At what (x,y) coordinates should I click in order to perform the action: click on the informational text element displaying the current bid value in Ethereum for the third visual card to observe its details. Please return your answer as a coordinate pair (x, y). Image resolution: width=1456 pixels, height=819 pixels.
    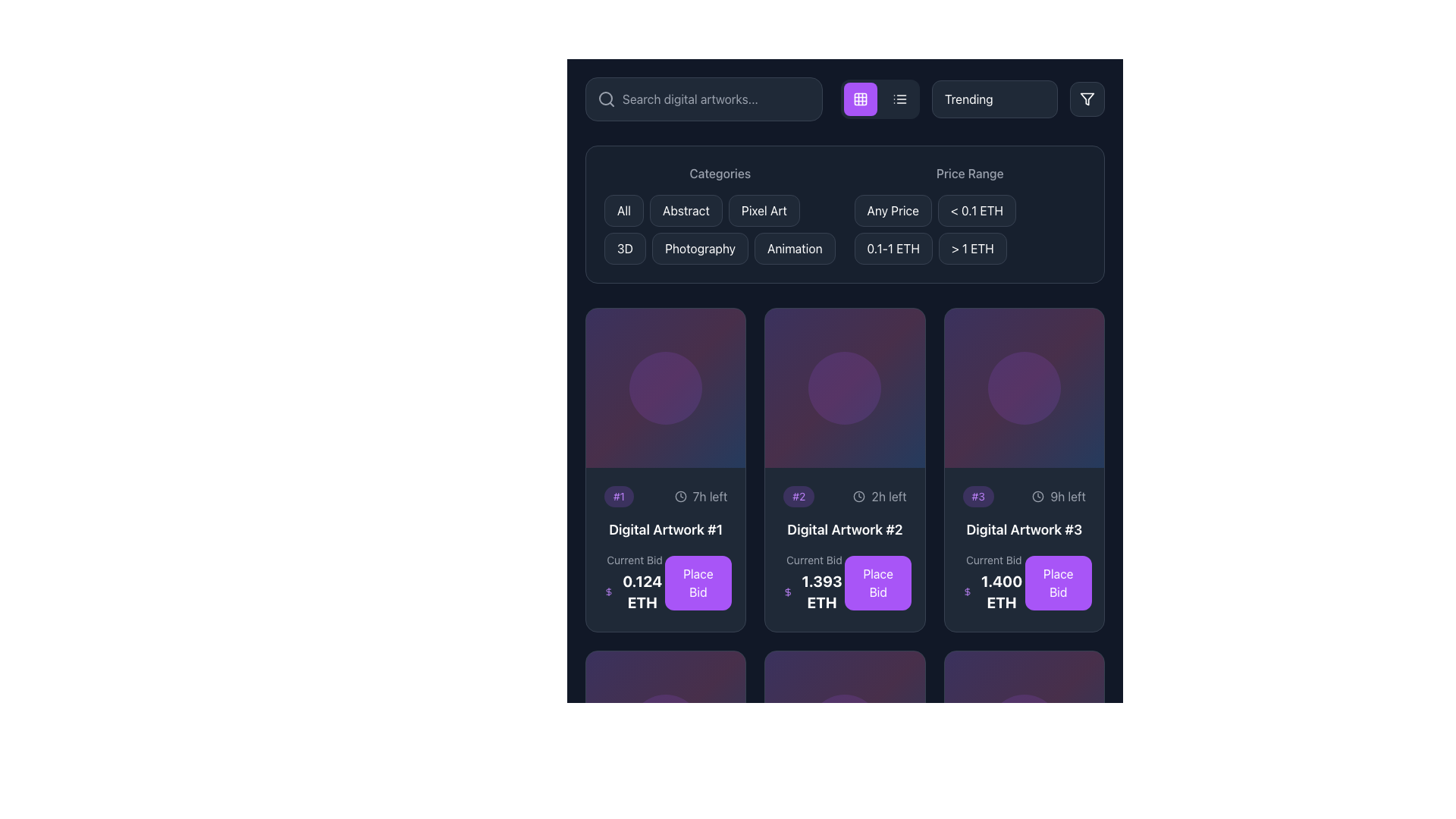
    Looking at the image, I should click on (993, 582).